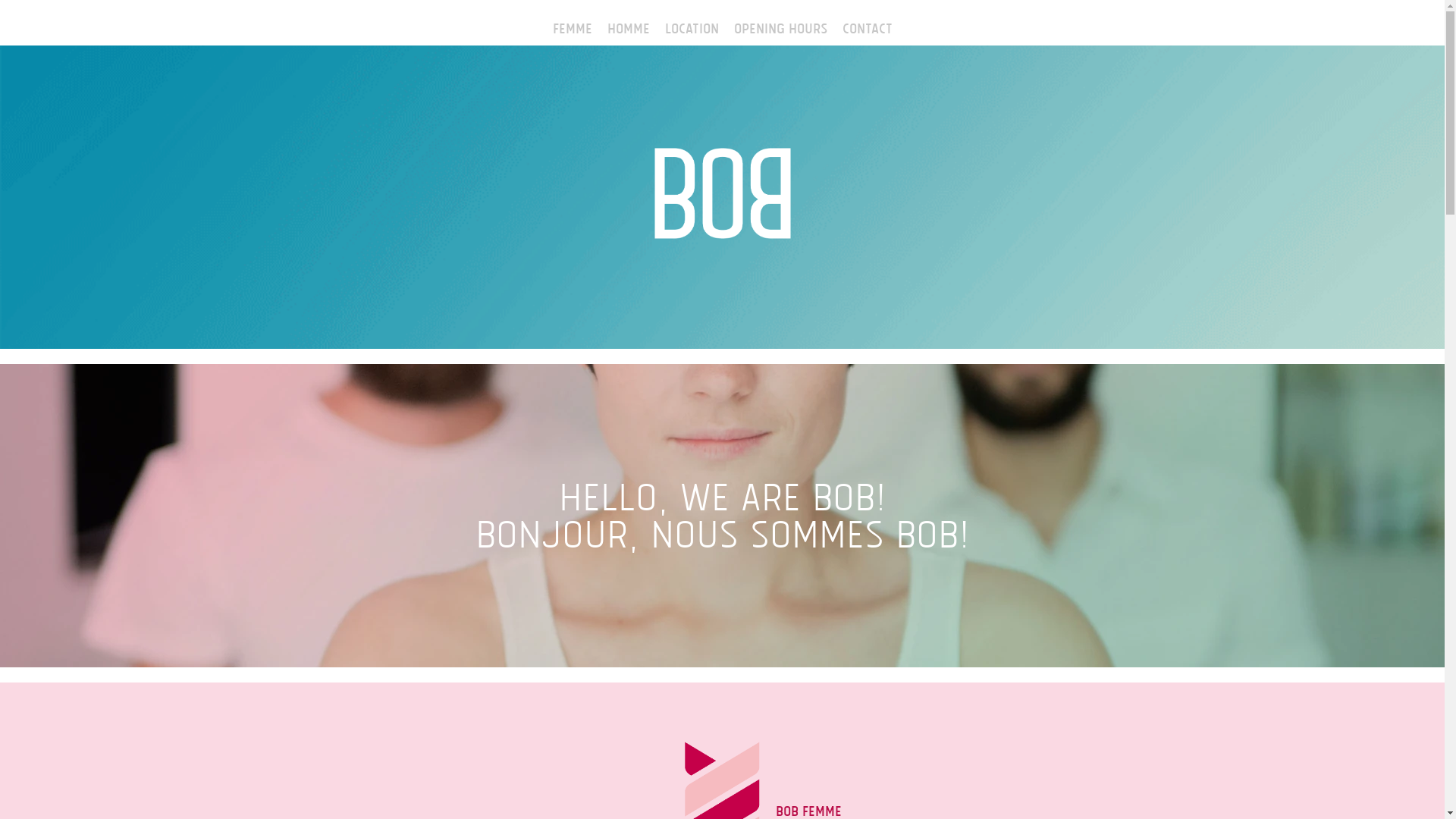 The width and height of the screenshot is (1456, 819). What do you see at coordinates (656, 26) in the screenshot?
I see `'Location'` at bounding box center [656, 26].